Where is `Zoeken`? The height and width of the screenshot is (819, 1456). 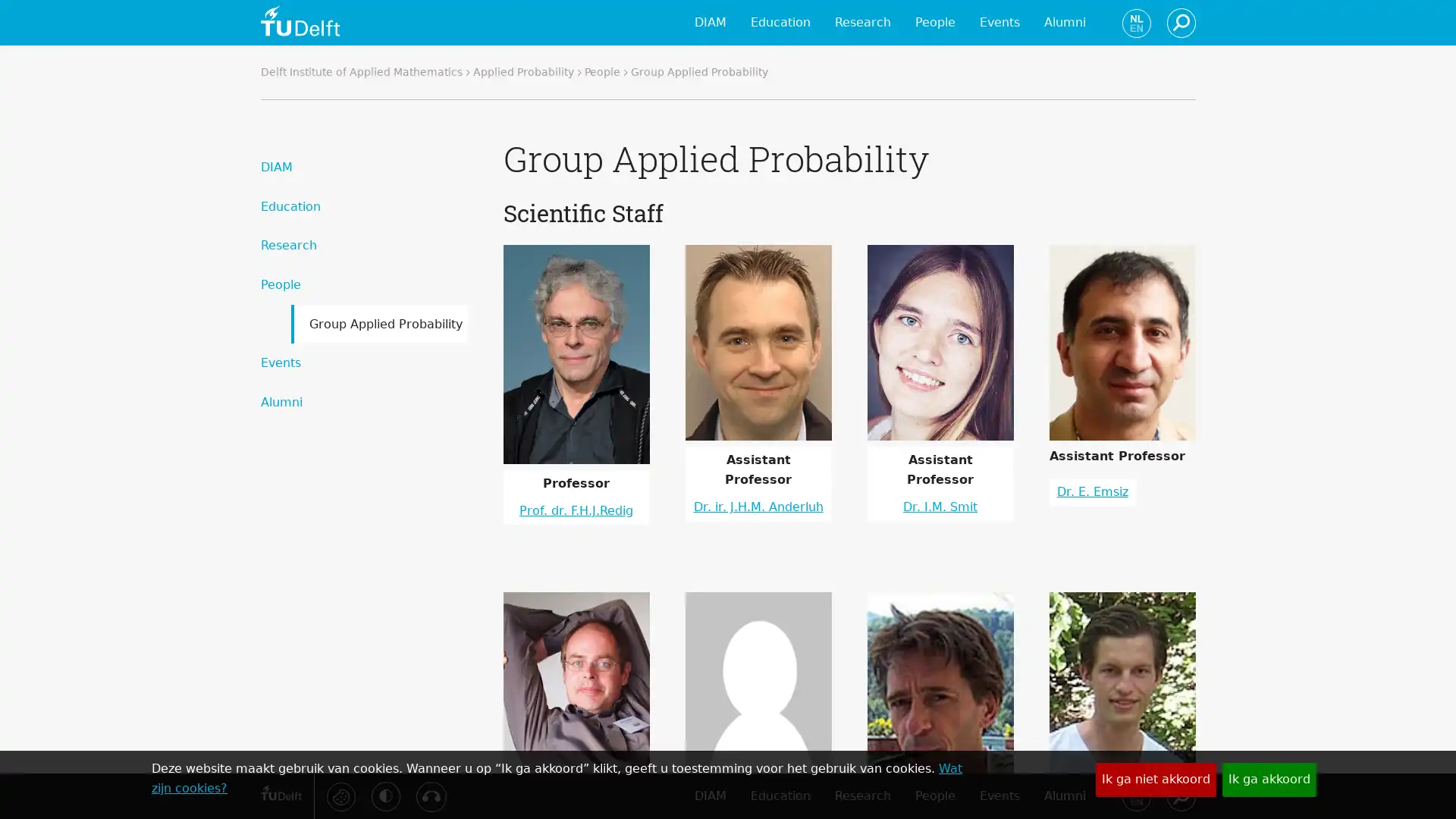
Zoeken is located at coordinates (1179, 795).